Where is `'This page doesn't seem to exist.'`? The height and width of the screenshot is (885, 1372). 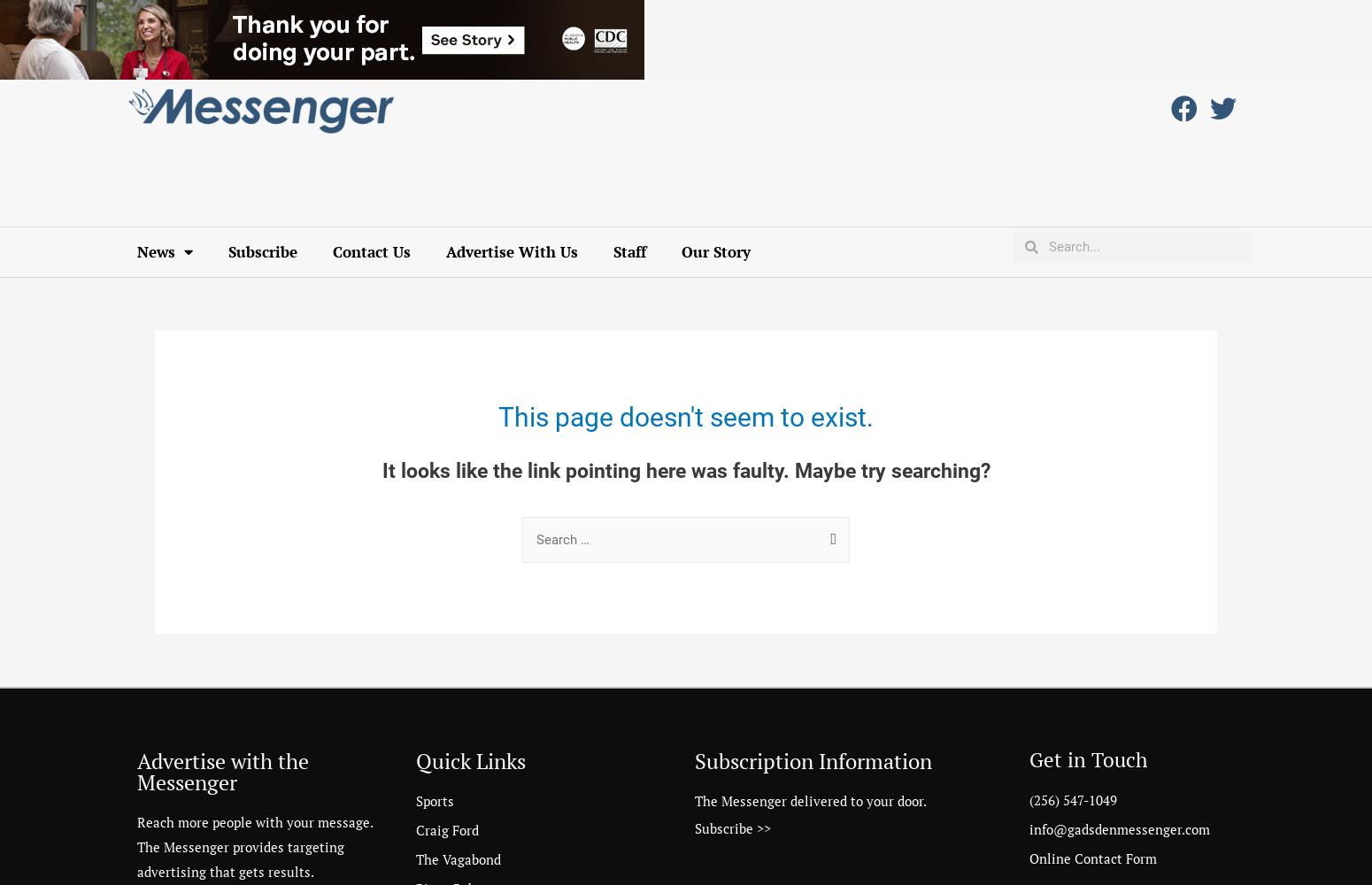 'This page doesn't seem to exist.' is located at coordinates (686, 415).